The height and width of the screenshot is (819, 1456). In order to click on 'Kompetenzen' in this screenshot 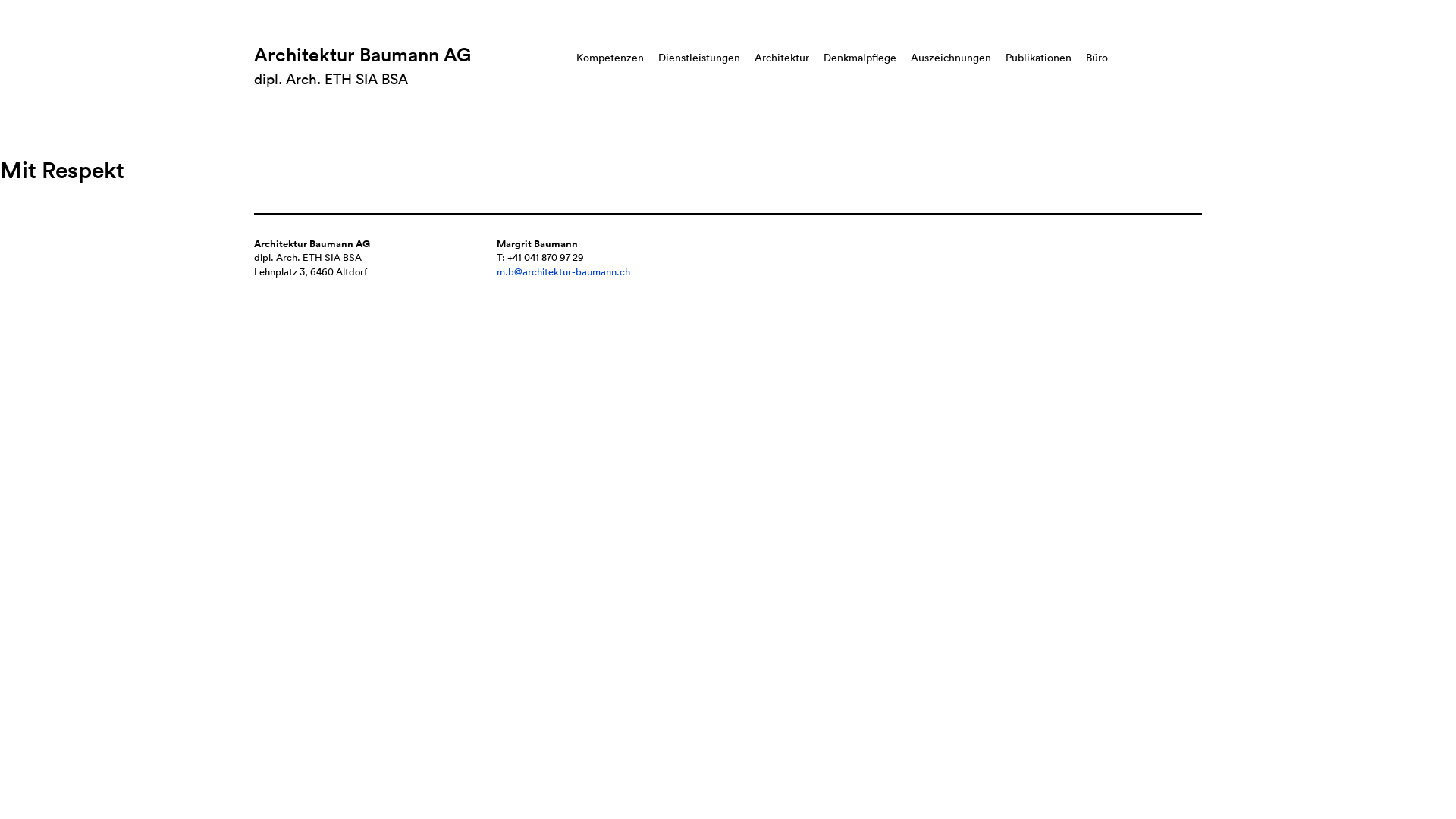, I will do `click(610, 57)`.